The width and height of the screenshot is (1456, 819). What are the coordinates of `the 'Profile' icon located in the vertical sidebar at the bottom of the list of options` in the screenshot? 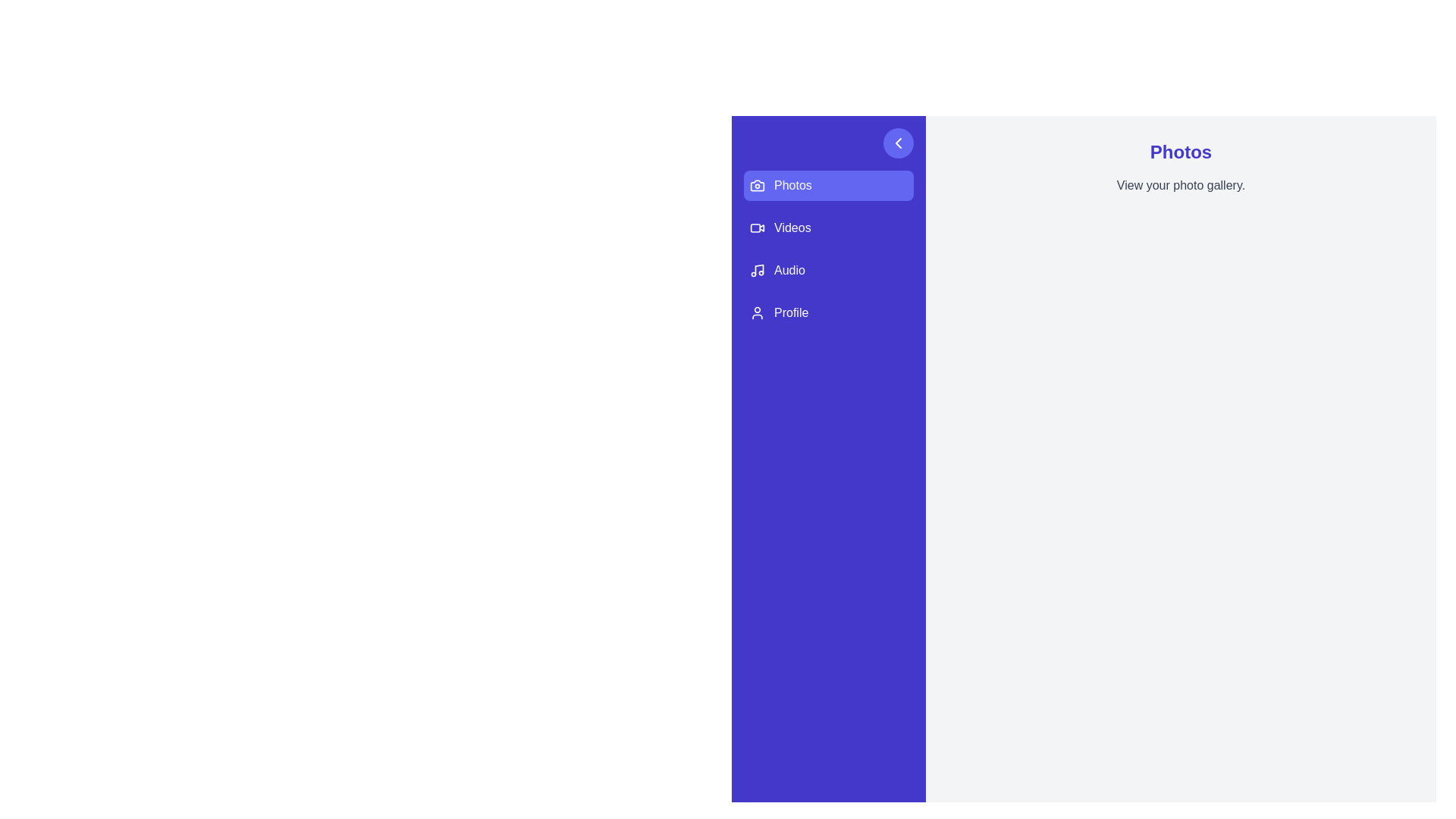 It's located at (757, 312).